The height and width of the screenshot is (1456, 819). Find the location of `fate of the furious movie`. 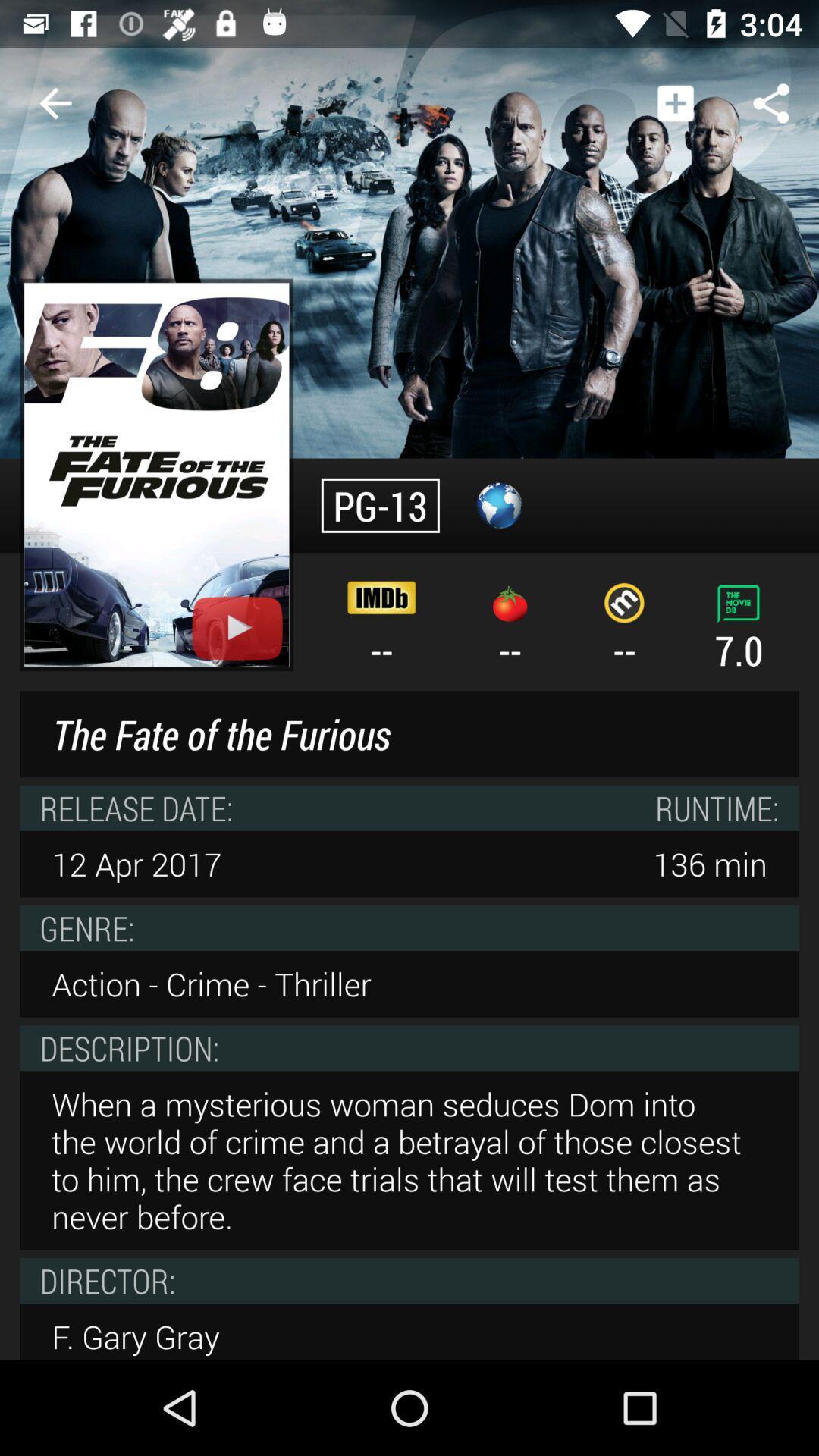

fate of the furious movie is located at coordinates (156, 474).